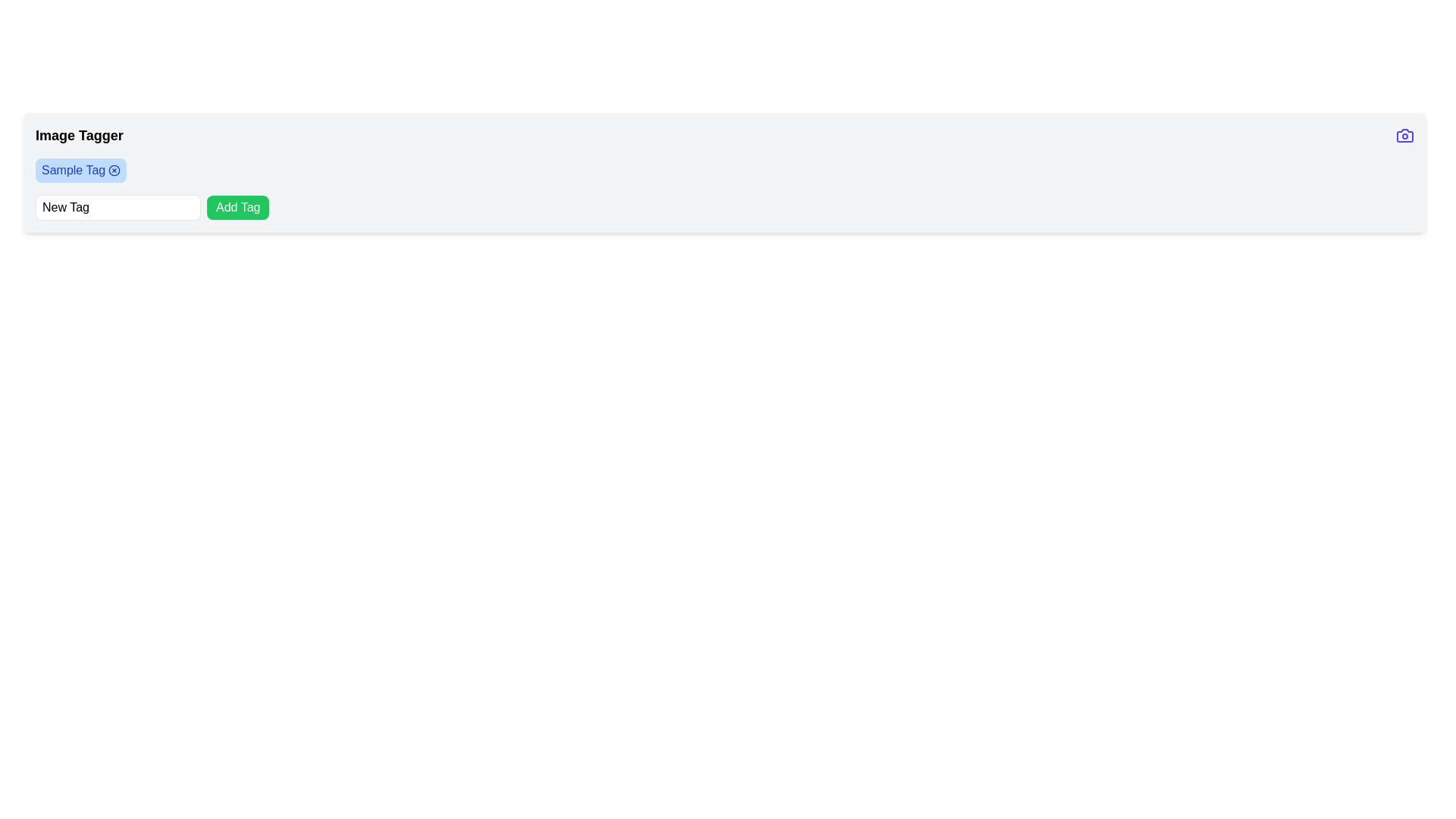 Image resolution: width=1456 pixels, height=819 pixels. I want to click on the green button with rounded corners labeled 'Add Tag', so click(237, 207).